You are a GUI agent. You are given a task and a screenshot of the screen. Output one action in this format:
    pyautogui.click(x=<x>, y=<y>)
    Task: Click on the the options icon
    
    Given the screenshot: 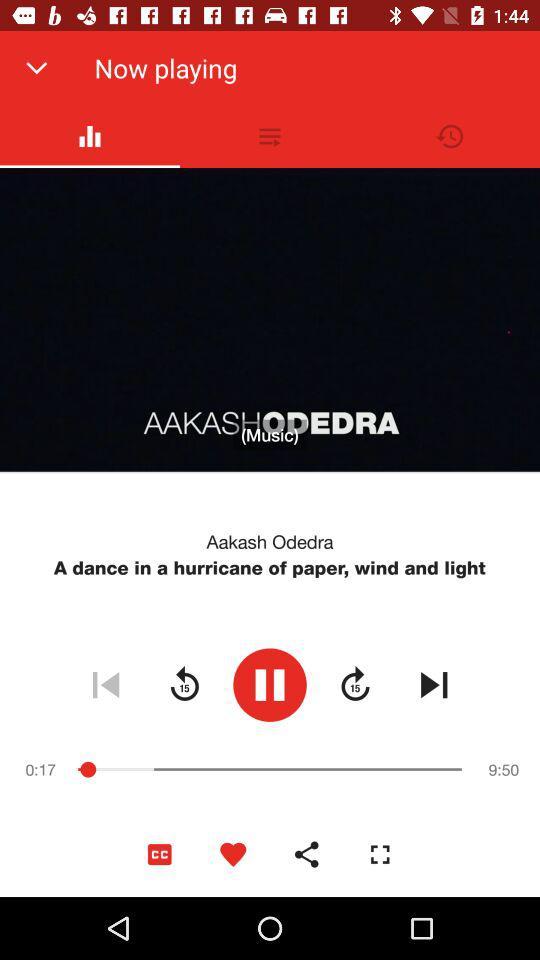 What is the action you would take?
    pyautogui.click(x=270, y=135)
    